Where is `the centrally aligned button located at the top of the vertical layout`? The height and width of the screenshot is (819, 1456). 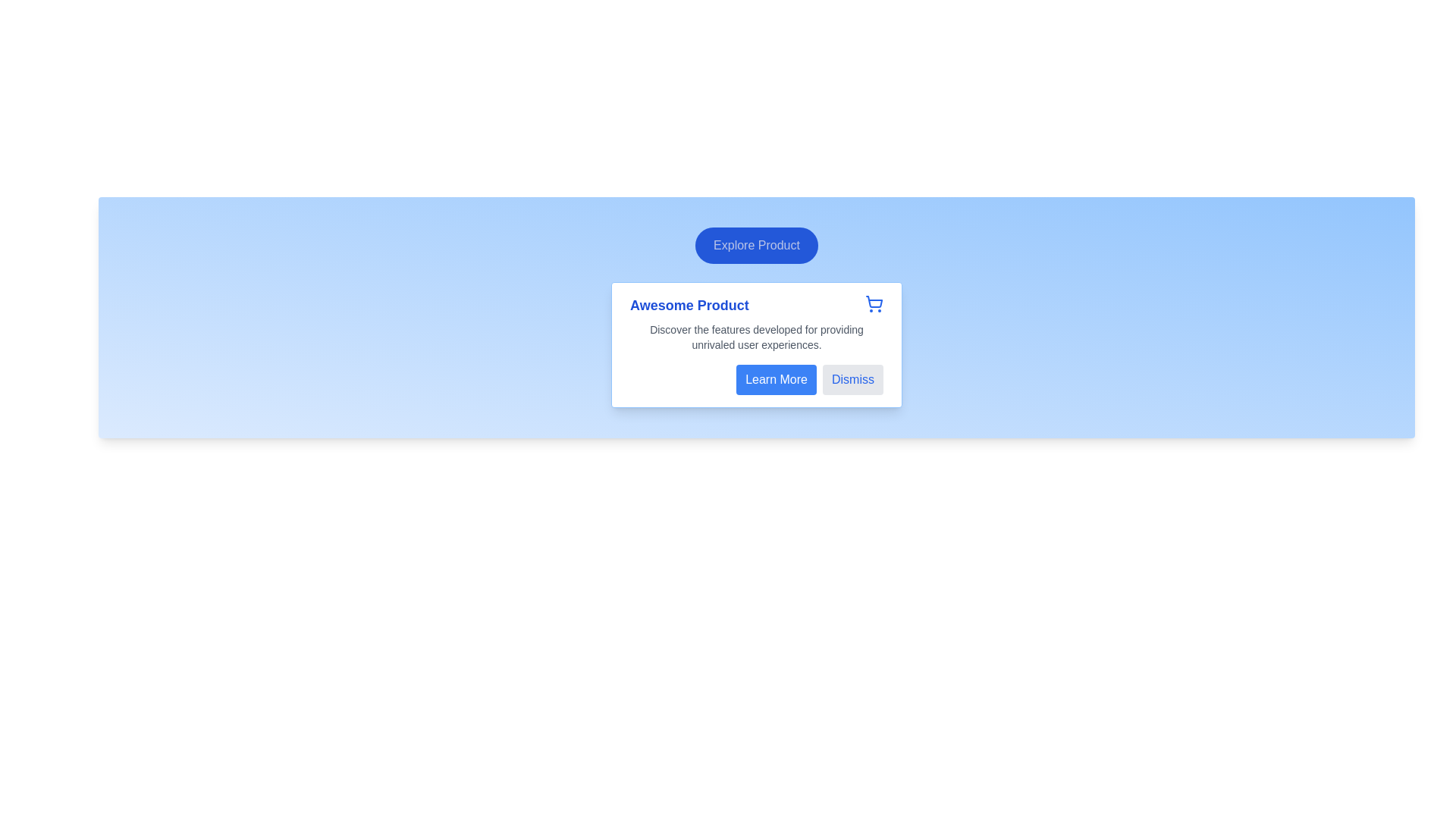
the centrally aligned button located at the top of the vertical layout is located at coordinates (757, 245).